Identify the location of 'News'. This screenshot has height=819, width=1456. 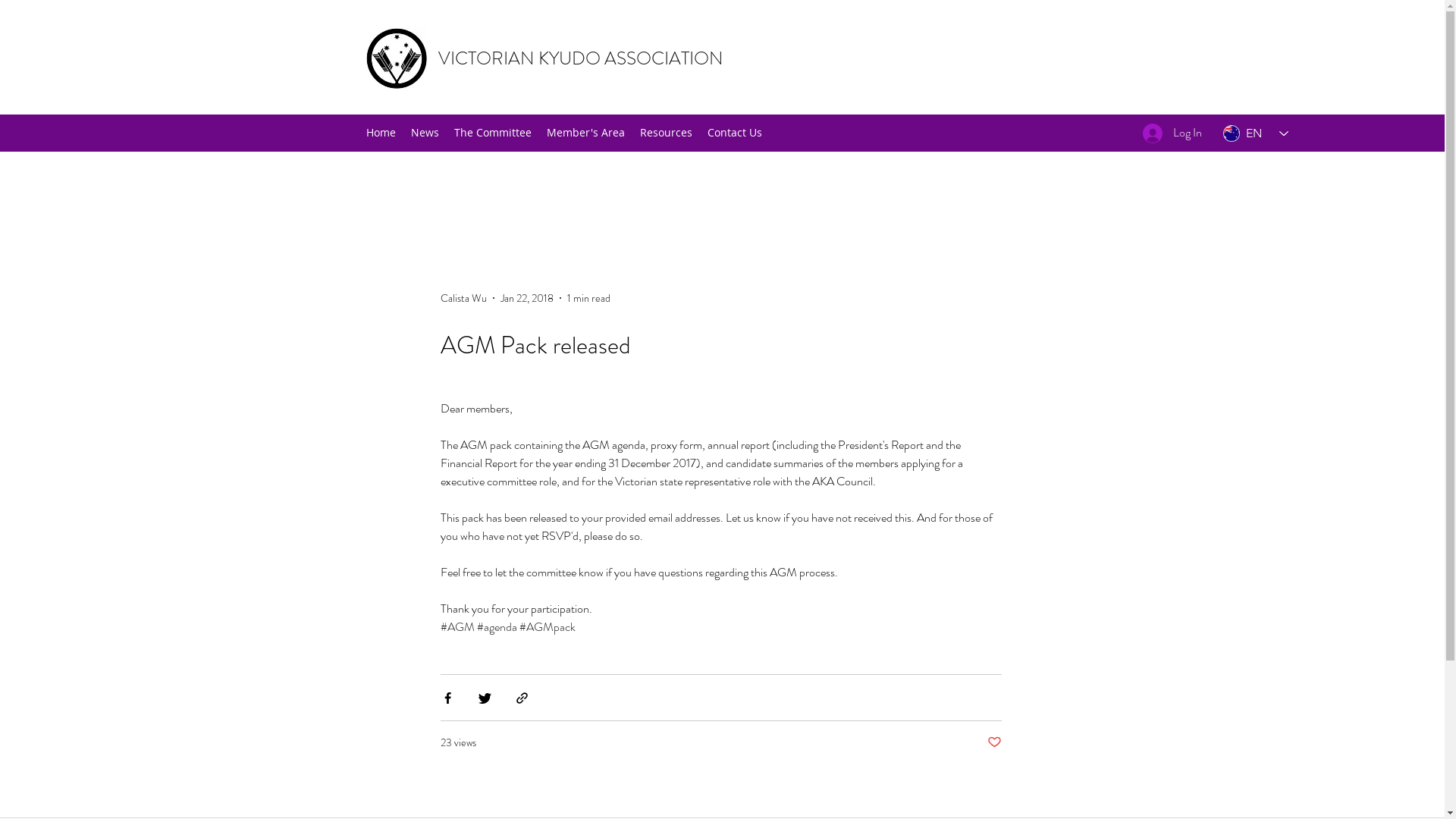
(425, 131).